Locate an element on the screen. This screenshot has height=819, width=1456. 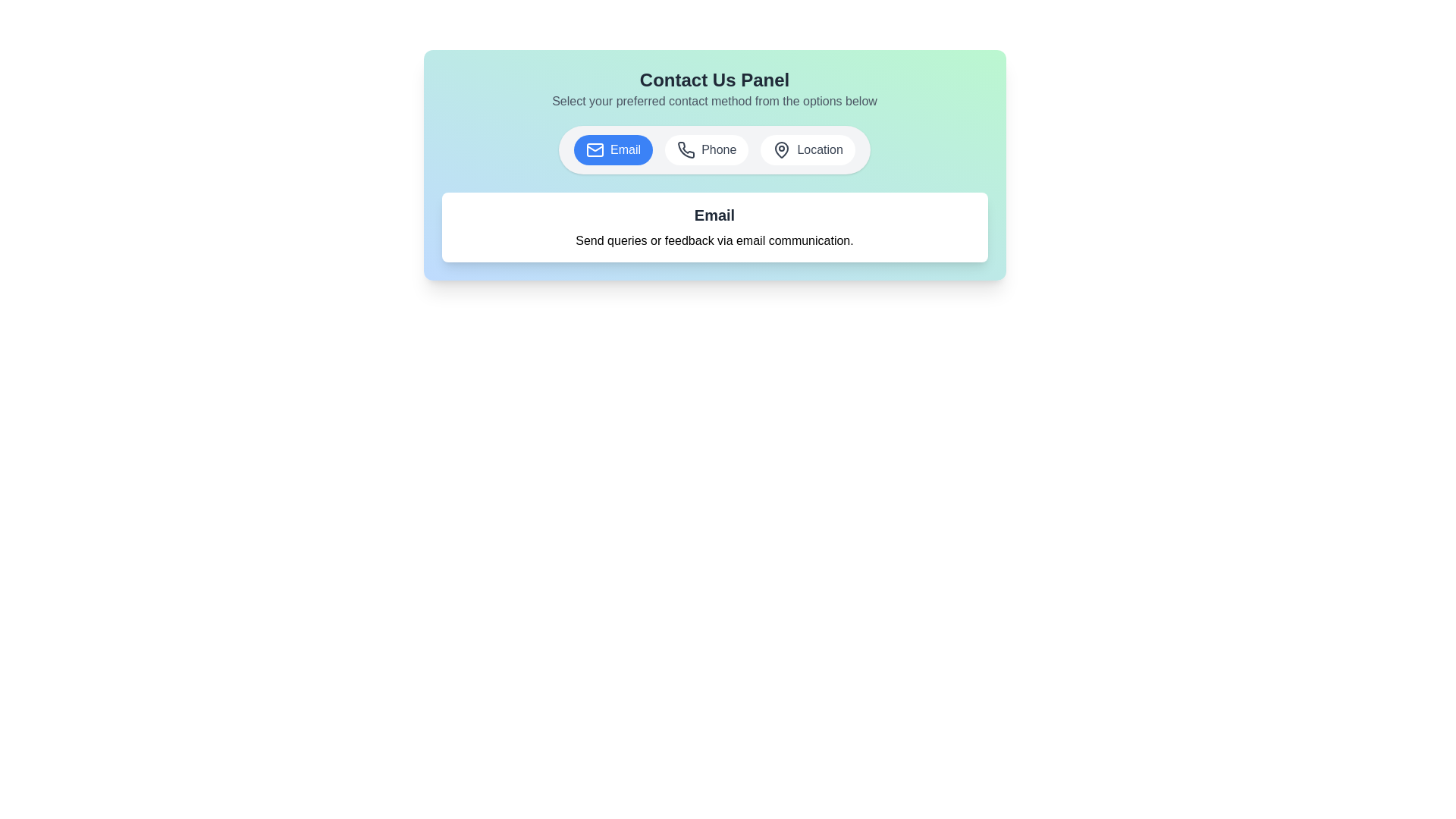
the 'Phone' button by clicking on the telephone icon, which is part of the 'Contact Us Panel' is located at coordinates (686, 149).